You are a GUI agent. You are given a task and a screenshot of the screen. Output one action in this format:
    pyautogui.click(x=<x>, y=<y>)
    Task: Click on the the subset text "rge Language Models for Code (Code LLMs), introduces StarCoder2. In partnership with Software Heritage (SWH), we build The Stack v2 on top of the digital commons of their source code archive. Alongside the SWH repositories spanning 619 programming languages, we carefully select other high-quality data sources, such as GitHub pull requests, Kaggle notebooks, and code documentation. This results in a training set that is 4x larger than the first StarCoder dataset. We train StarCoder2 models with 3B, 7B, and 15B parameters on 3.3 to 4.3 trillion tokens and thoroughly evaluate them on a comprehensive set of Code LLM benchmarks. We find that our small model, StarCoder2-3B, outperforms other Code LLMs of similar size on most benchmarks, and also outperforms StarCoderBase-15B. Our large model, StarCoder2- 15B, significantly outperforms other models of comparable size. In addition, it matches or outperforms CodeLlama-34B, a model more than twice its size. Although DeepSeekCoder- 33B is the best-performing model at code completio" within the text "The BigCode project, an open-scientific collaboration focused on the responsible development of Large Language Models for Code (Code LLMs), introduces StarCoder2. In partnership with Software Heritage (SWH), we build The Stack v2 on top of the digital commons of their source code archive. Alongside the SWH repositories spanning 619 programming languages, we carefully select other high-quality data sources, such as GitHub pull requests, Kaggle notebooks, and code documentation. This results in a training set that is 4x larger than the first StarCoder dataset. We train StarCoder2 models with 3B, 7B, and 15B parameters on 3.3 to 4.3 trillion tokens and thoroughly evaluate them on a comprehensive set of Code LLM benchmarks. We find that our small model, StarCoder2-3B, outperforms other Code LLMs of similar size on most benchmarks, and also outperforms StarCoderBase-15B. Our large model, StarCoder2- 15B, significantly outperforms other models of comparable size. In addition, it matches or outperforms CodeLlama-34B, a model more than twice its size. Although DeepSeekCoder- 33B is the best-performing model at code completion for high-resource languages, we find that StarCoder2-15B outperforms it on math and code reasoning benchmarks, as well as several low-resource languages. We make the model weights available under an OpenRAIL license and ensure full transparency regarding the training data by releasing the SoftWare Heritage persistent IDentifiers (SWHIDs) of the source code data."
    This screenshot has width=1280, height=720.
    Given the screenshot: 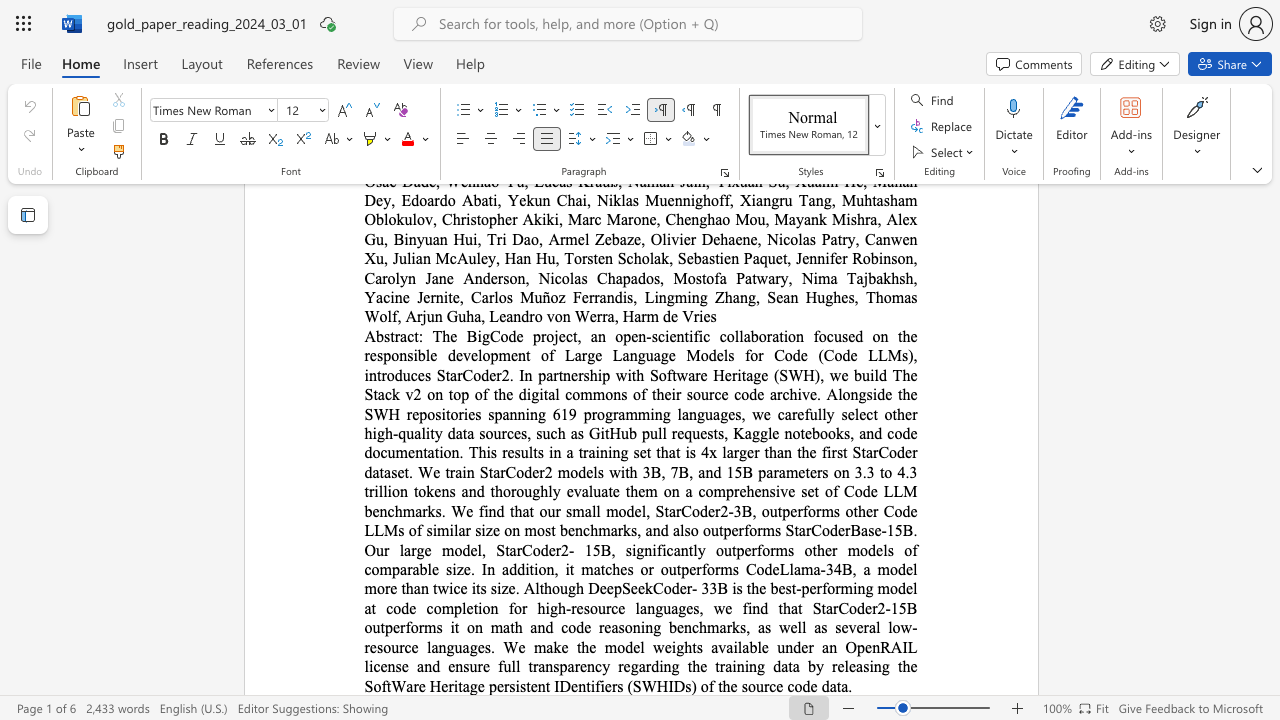 What is the action you would take?
    pyautogui.click(x=580, y=354)
    